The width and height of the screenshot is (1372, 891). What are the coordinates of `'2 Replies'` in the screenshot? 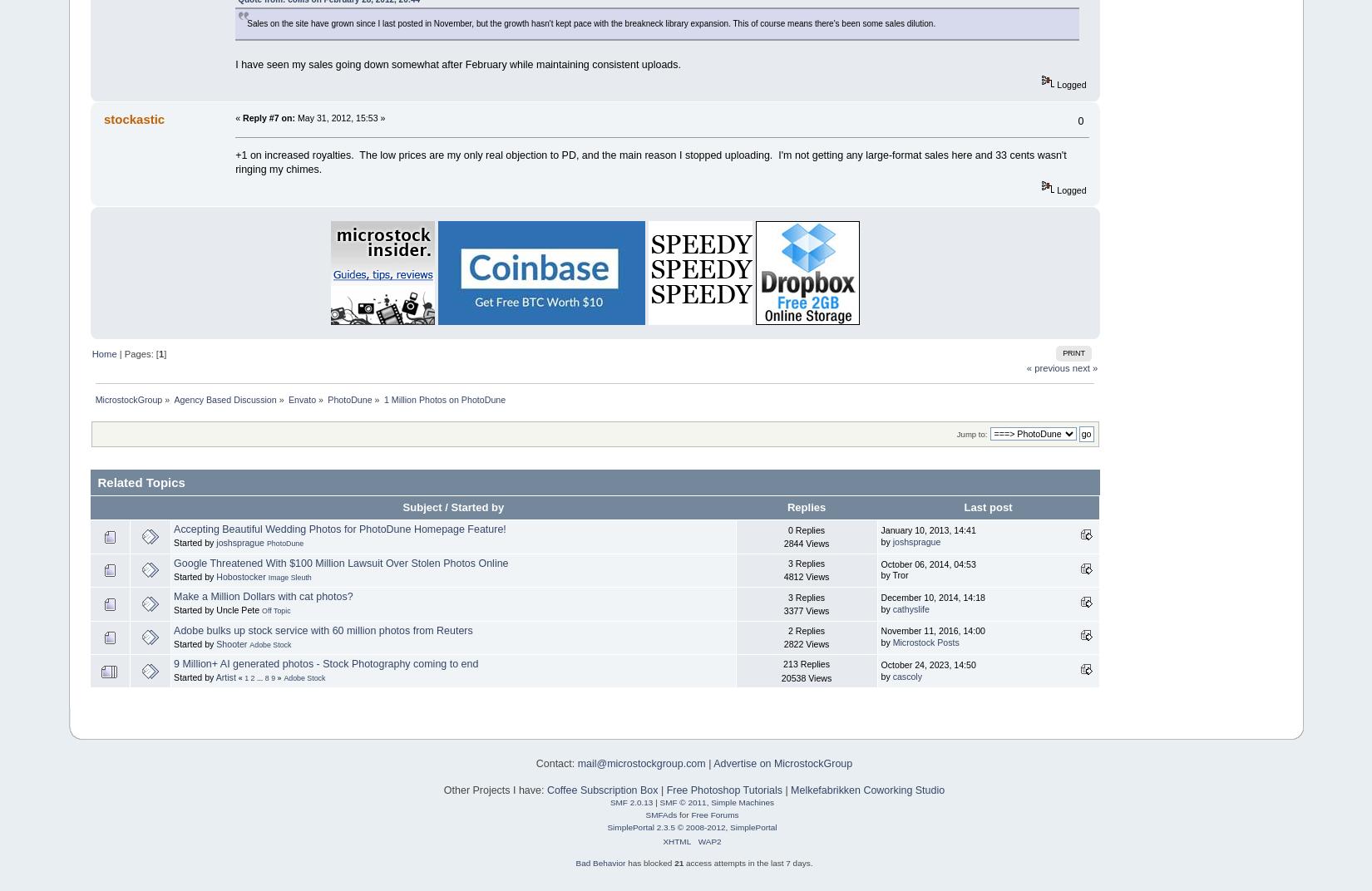 It's located at (807, 630).